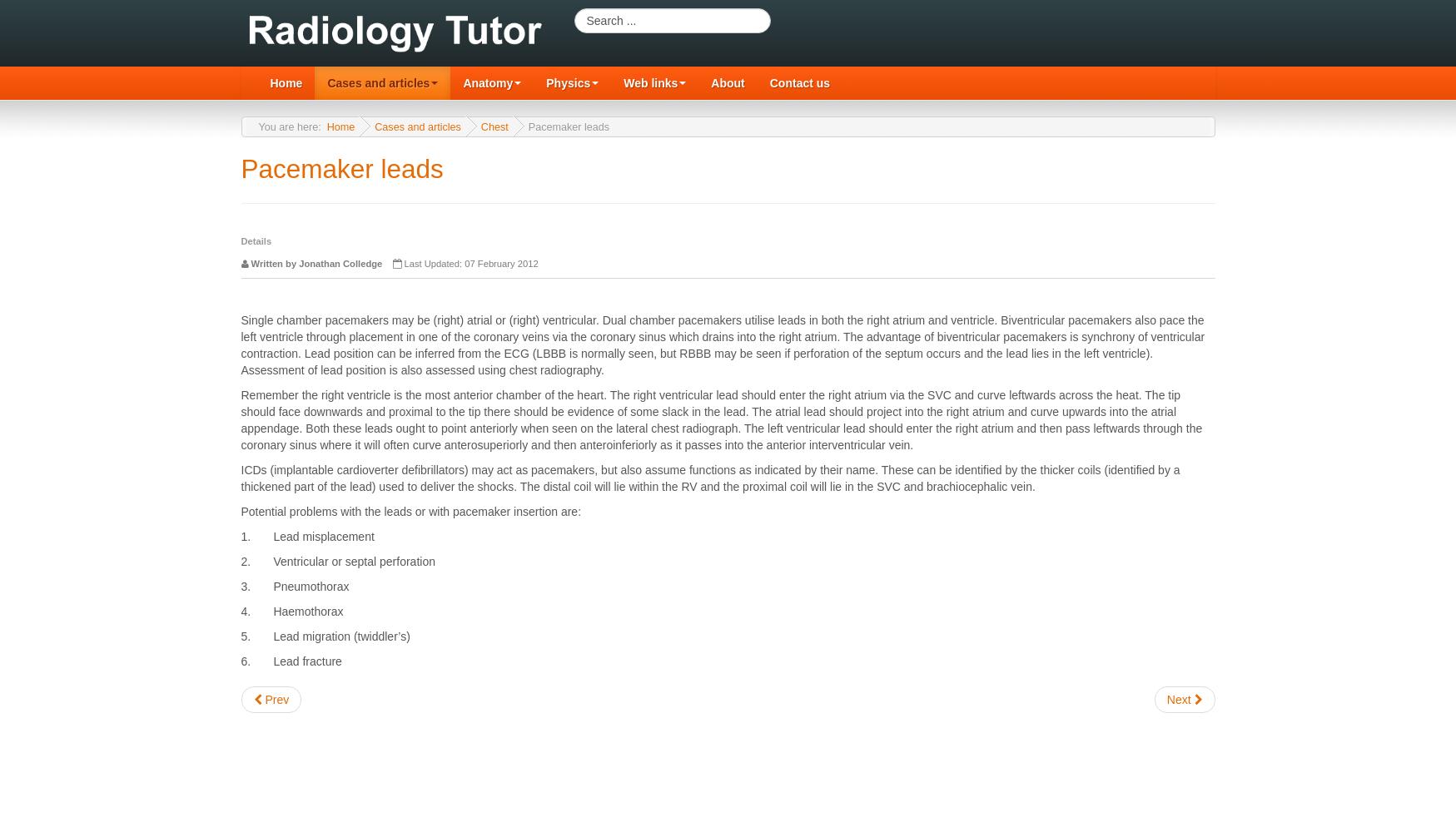 This screenshot has width=1456, height=832. I want to click on 'ICDs (implantable cardioverter defibrillators) may act as pacemakers, but also assume functions as indicated by their name. These can be identified by the thicker coils (identified by a thickened part of the lead) used to deliver the shocks. The distal coil will lie within the RV and the proximal coil will lie in the SVC and brachiocephalic vein.', so click(708, 478).